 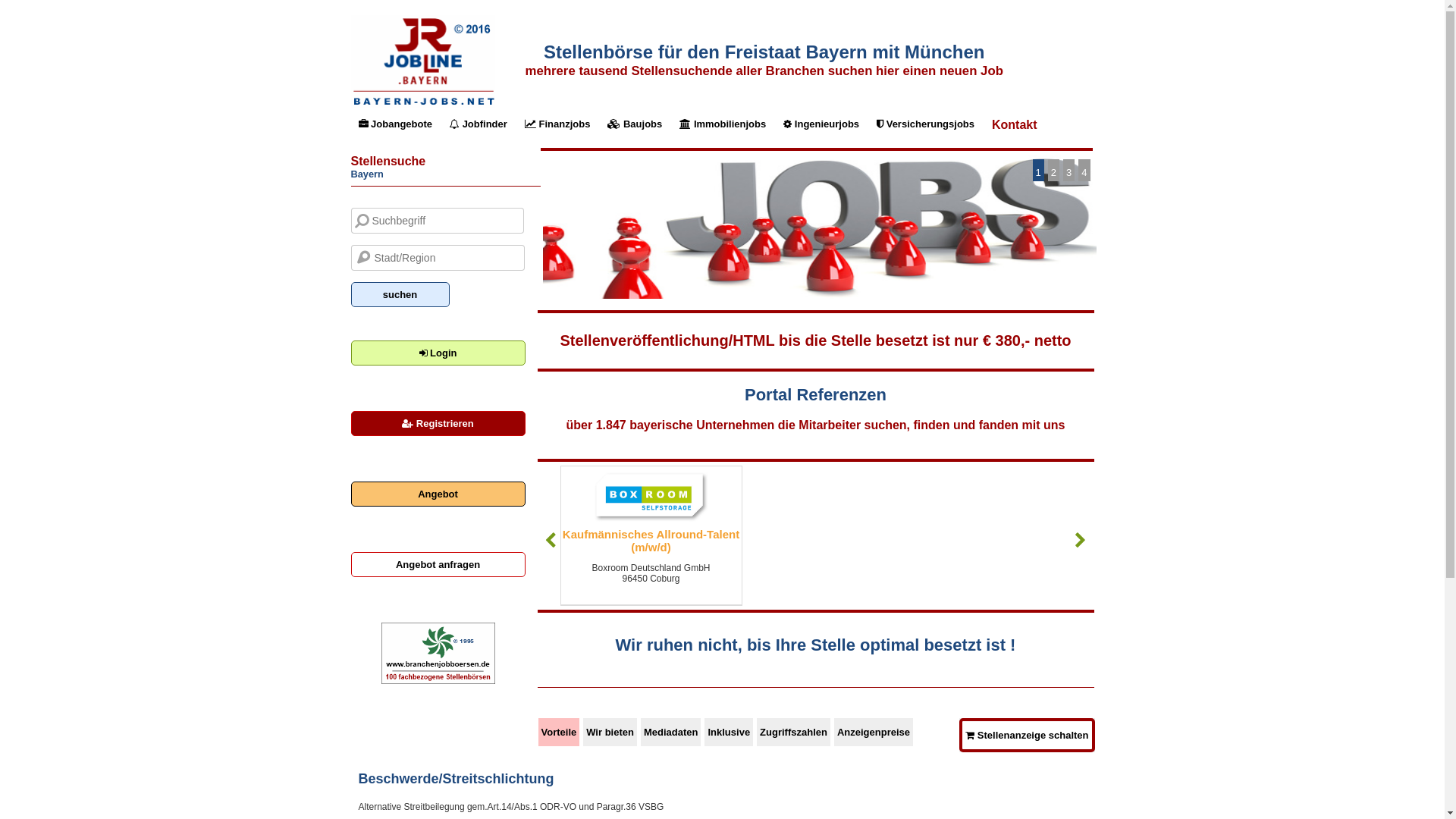 What do you see at coordinates (875, 731) in the screenshot?
I see `'Anzeigenpreise'` at bounding box center [875, 731].